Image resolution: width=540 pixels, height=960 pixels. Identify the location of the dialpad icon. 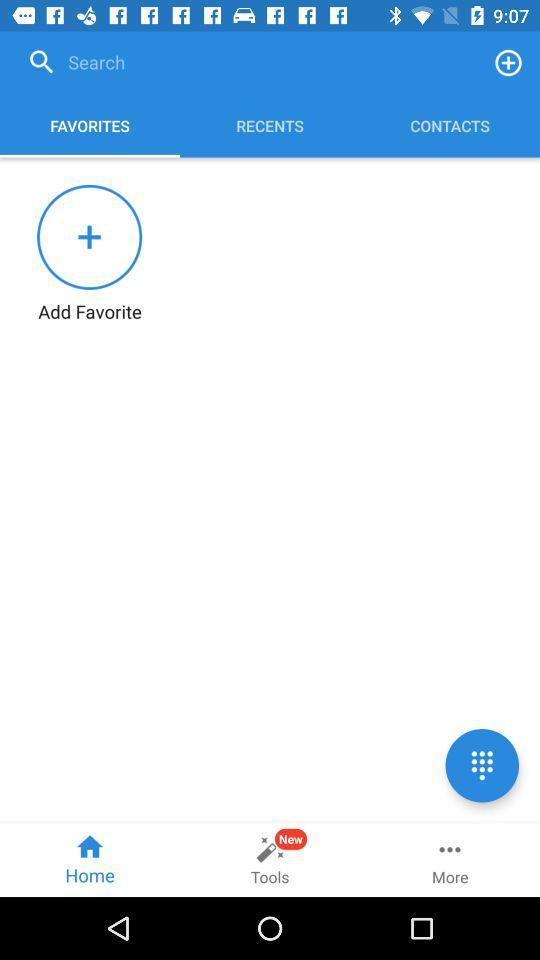
(481, 764).